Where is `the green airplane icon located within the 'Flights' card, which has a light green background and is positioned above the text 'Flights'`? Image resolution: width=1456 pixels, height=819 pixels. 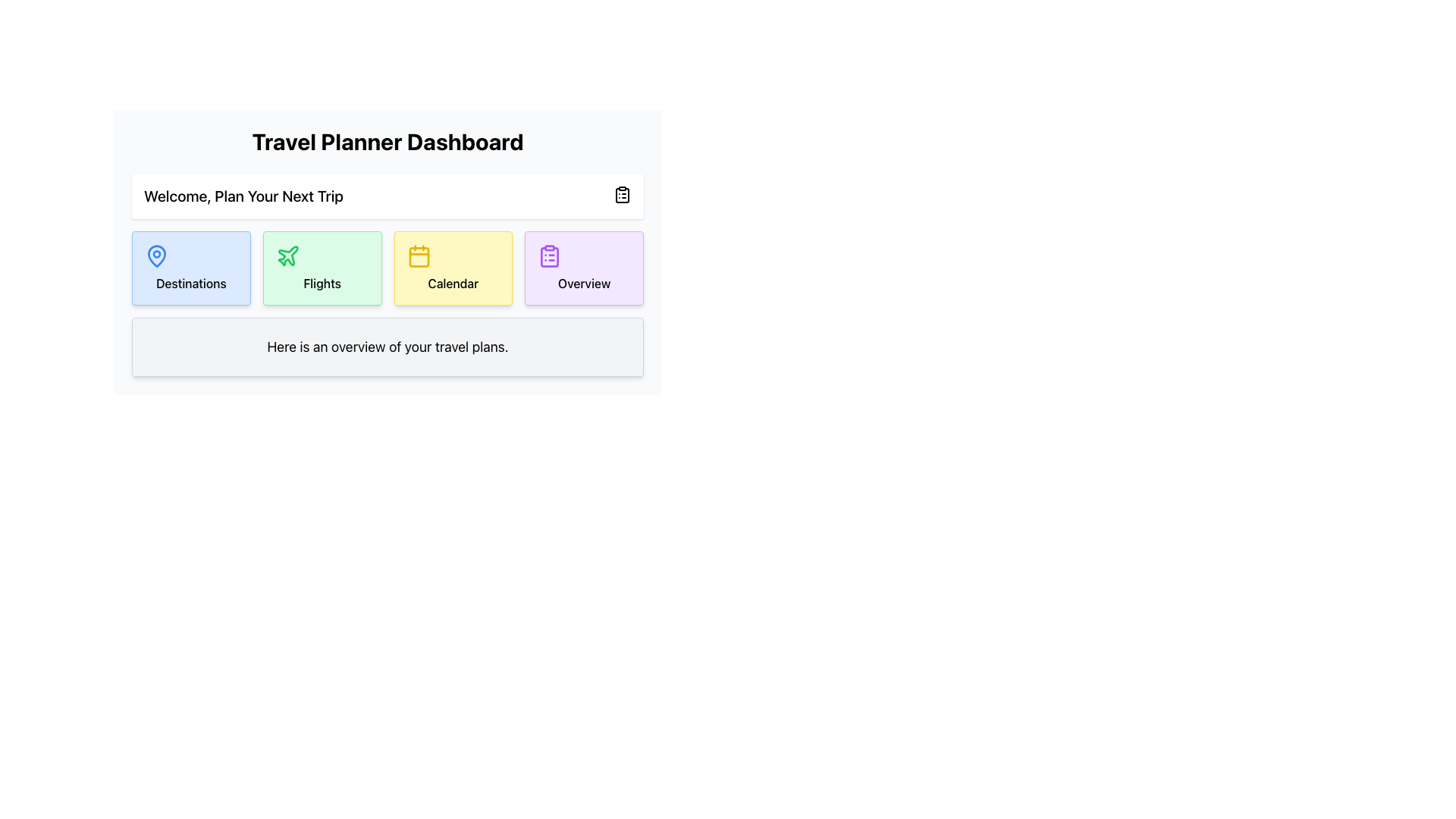 the green airplane icon located within the 'Flights' card, which has a light green background and is positioned above the text 'Flights' is located at coordinates (287, 256).